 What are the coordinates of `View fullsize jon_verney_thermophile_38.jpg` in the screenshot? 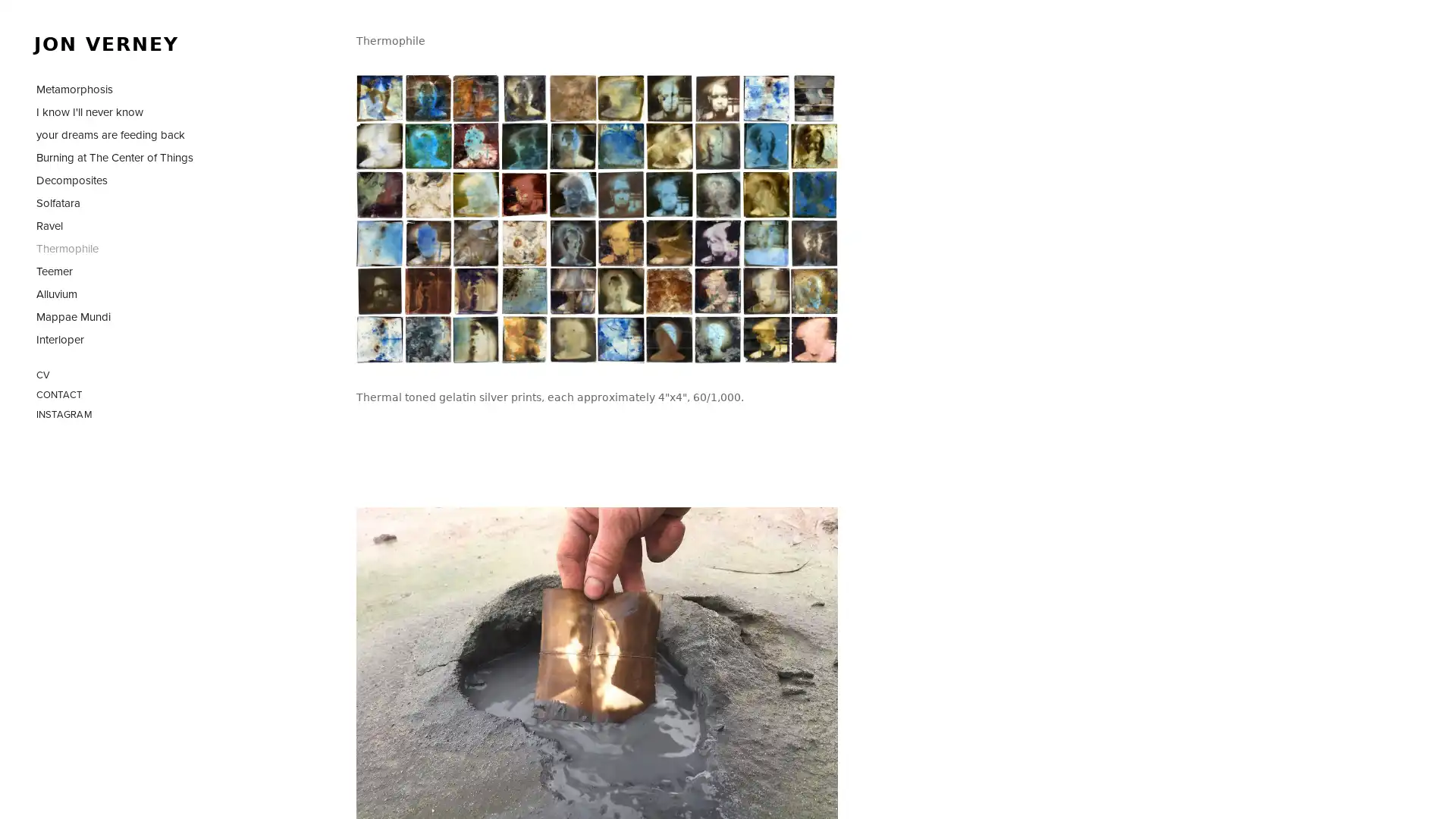 It's located at (475, 146).